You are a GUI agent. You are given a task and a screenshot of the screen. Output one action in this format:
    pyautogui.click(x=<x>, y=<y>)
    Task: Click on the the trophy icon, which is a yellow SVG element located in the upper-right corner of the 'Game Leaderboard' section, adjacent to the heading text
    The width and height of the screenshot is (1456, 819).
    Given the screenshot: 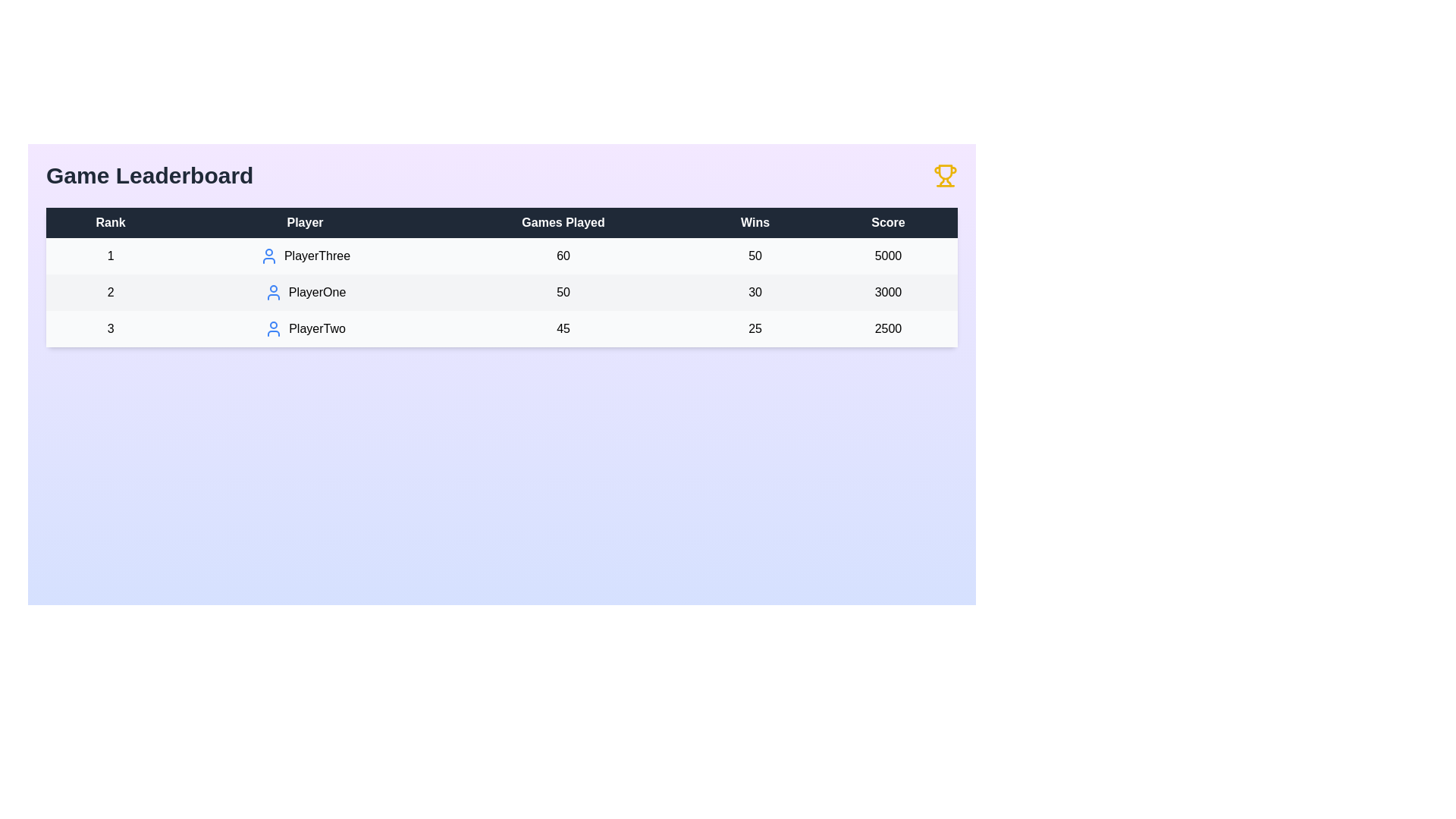 What is the action you would take?
    pyautogui.click(x=945, y=174)
    